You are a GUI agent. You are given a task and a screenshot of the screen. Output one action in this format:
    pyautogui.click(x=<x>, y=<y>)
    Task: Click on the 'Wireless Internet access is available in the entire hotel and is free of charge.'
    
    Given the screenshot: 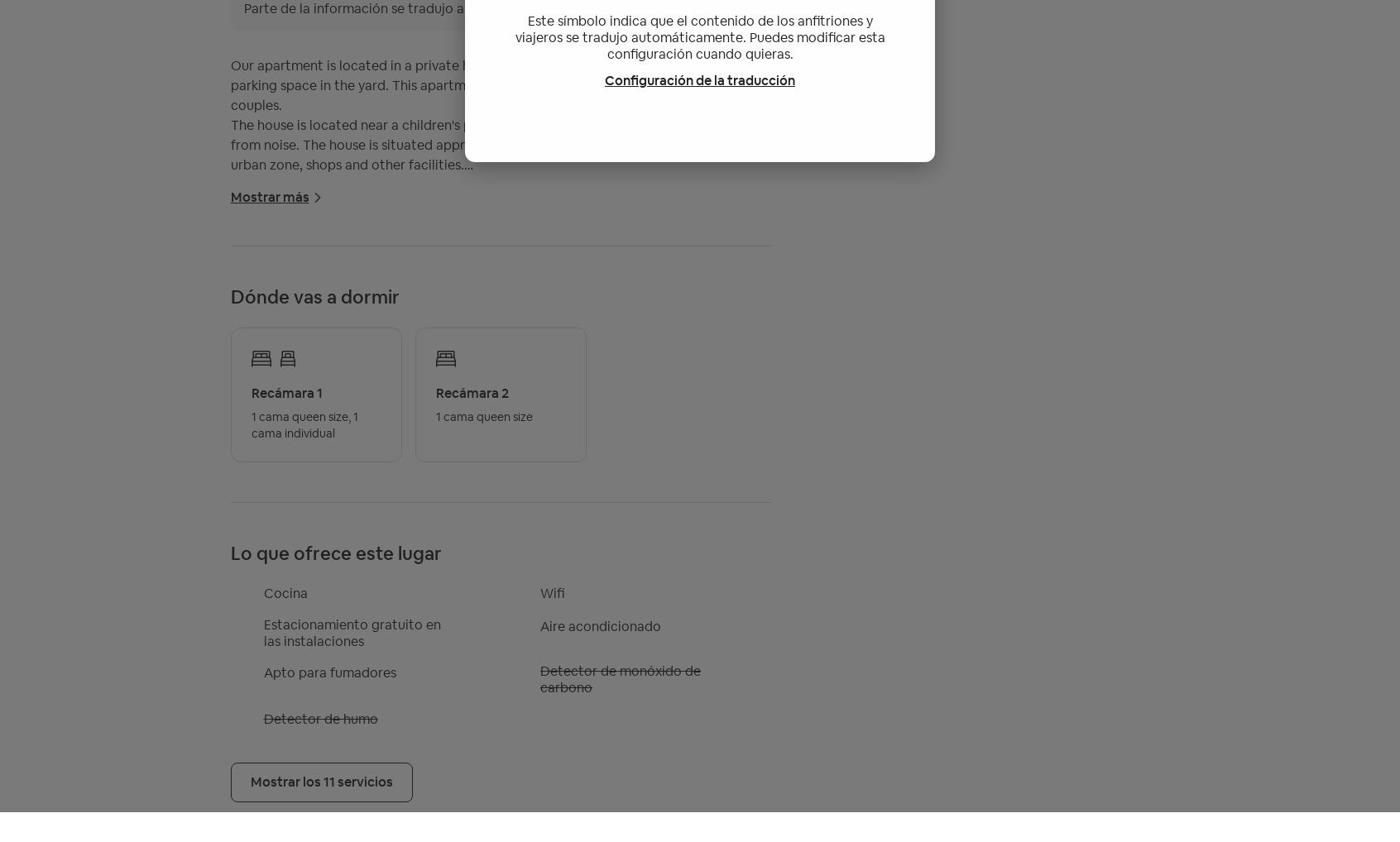 What is the action you would take?
    pyautogui.click(x=229, y=442)
    